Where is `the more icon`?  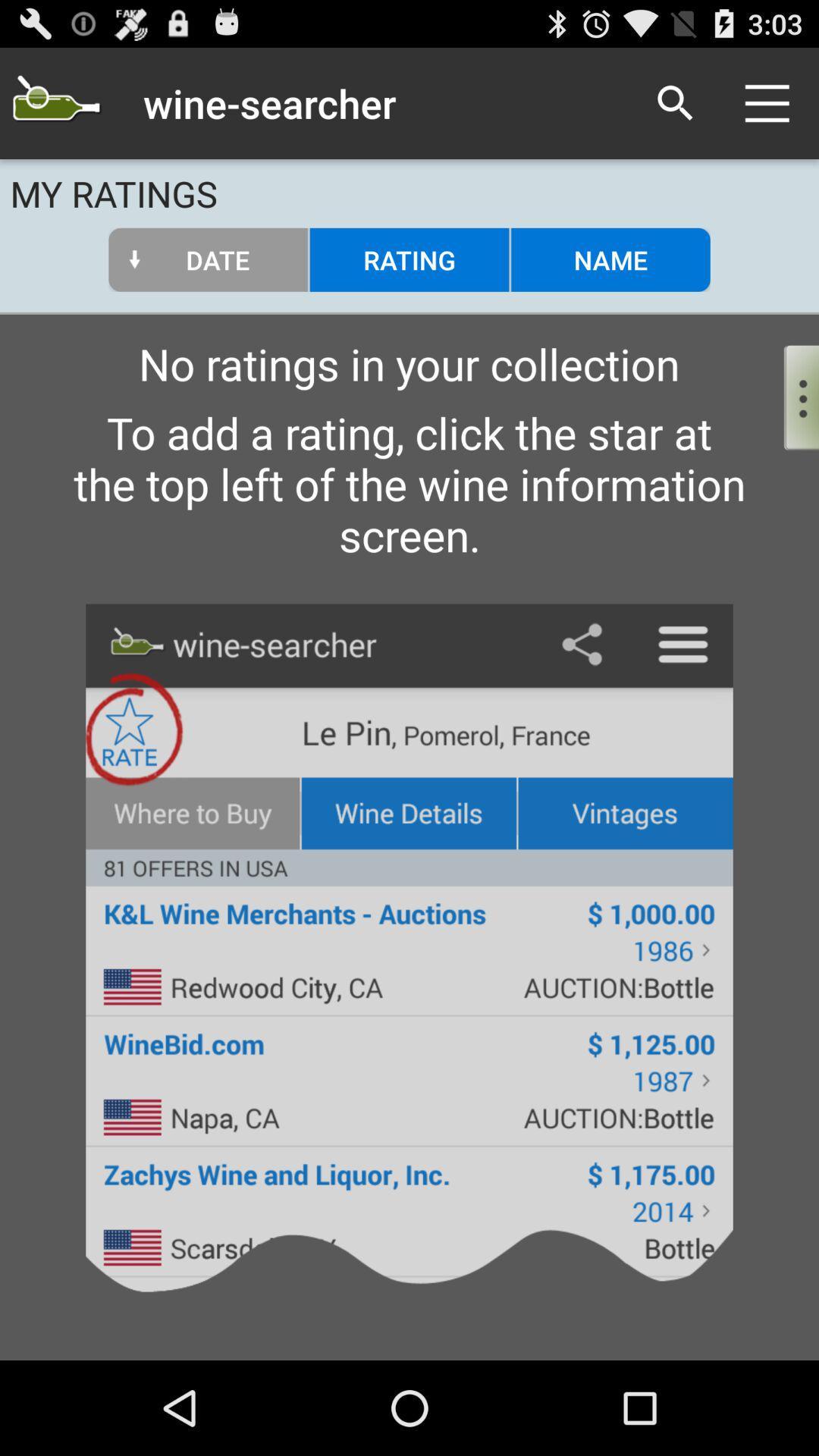 the more icon is located at coordinates (788, 422).